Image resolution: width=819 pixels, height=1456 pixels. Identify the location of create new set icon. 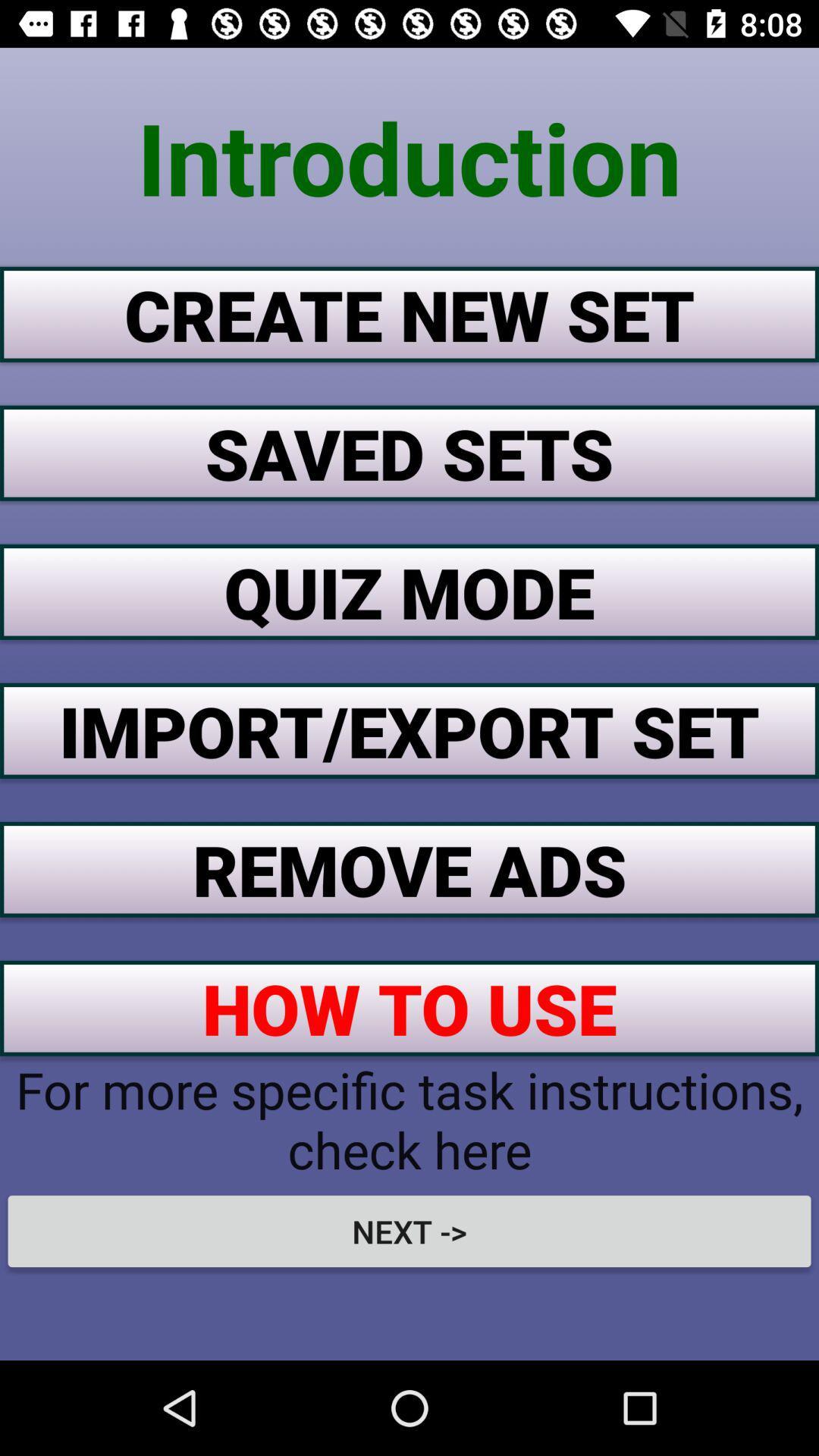
(409, 313).